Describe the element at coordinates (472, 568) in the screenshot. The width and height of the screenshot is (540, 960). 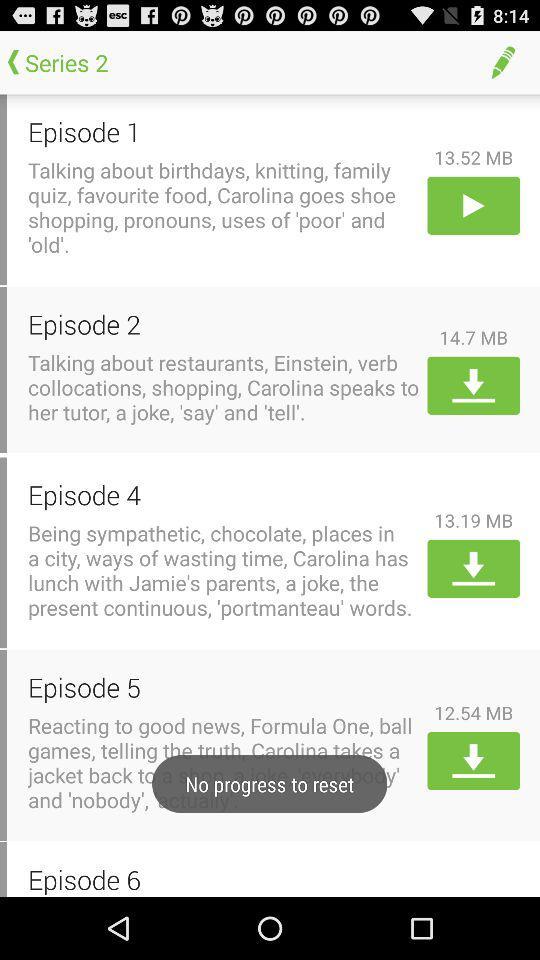
I see `download episode 4` at that location.